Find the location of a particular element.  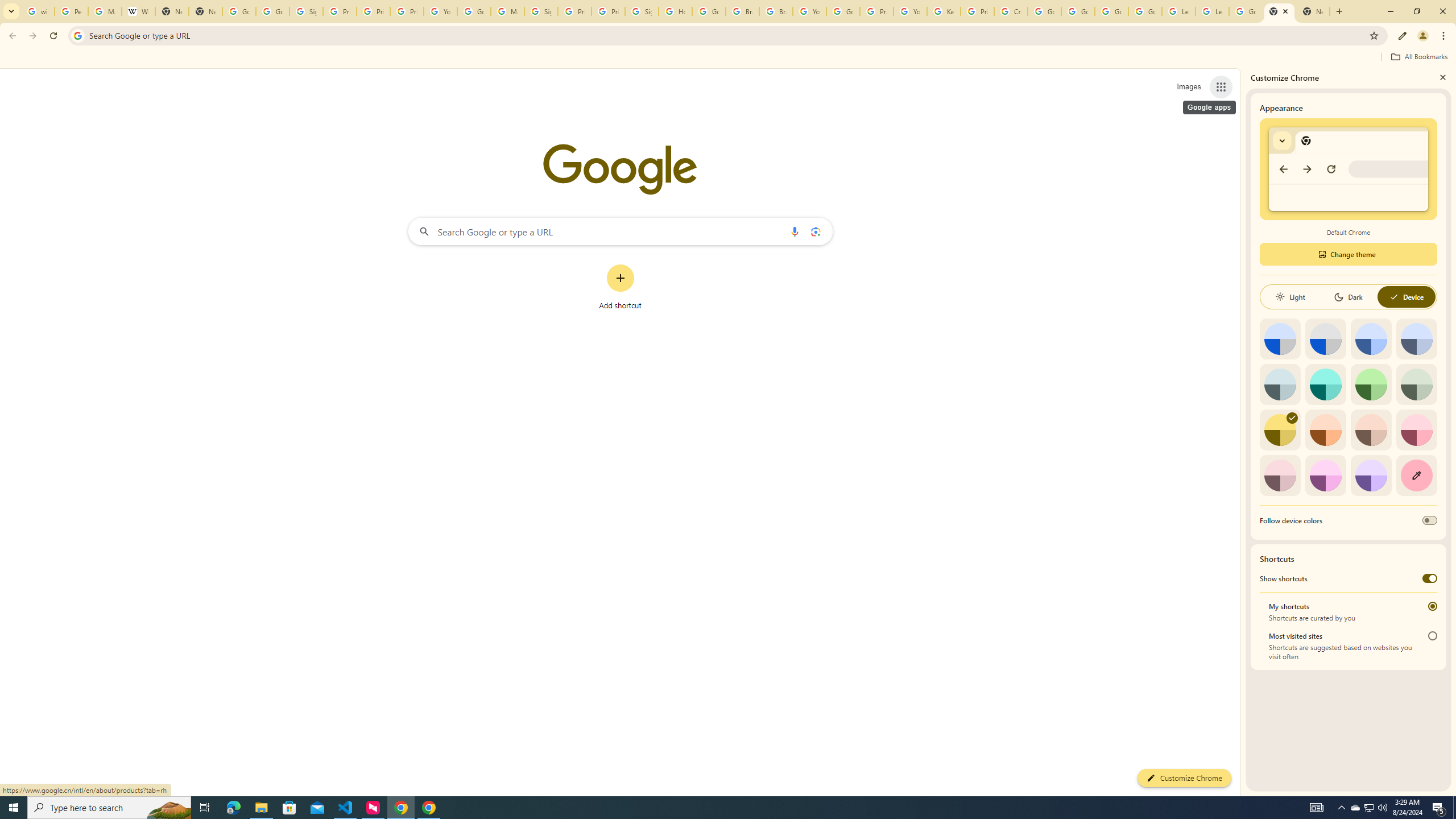

'My shortcuts' is located at coordinates (1433, 606).